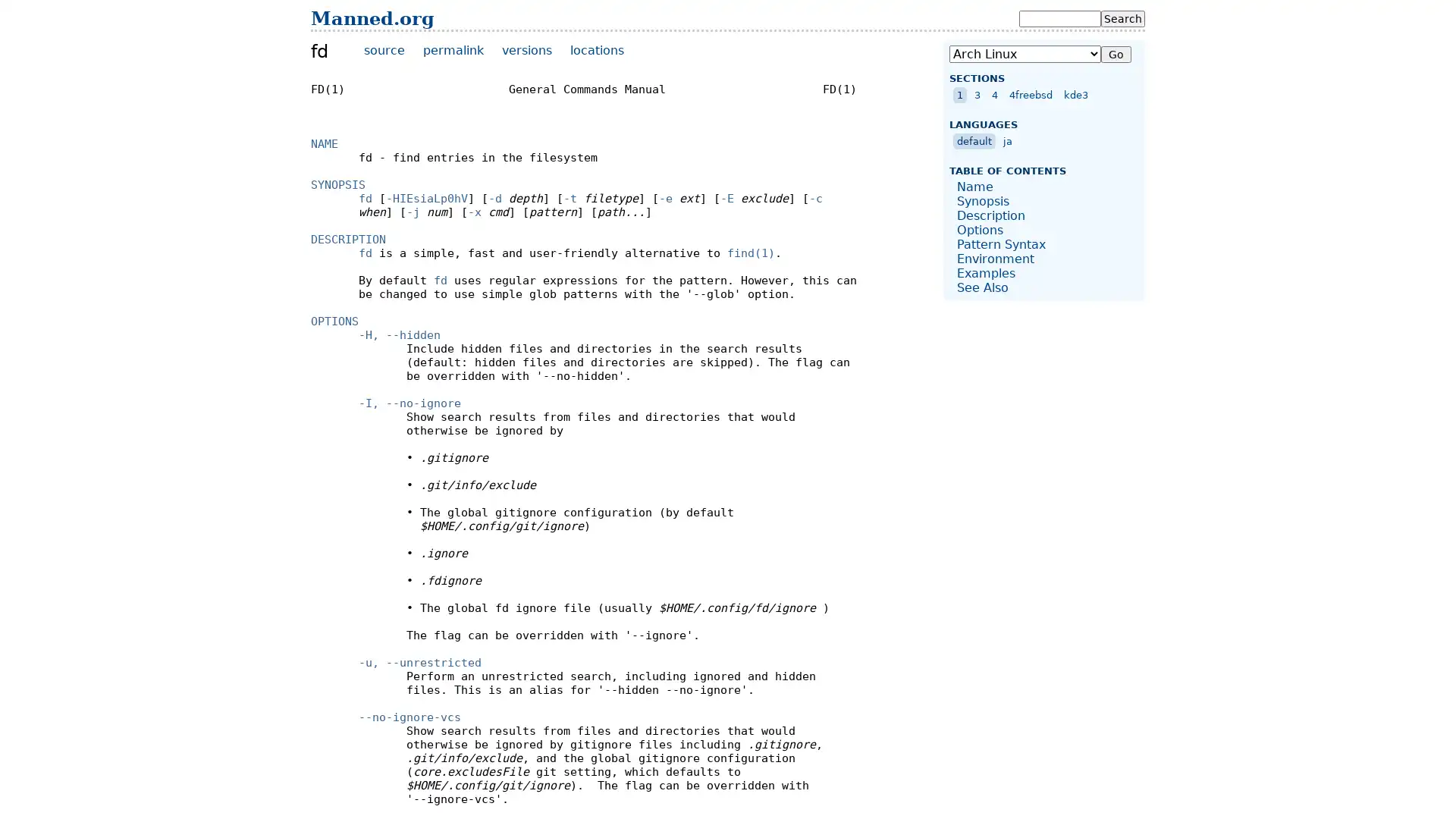  What do you see at coordinates (1123, 18) in the screenshot?
I see `Search` at bounding box center [1123, 18].